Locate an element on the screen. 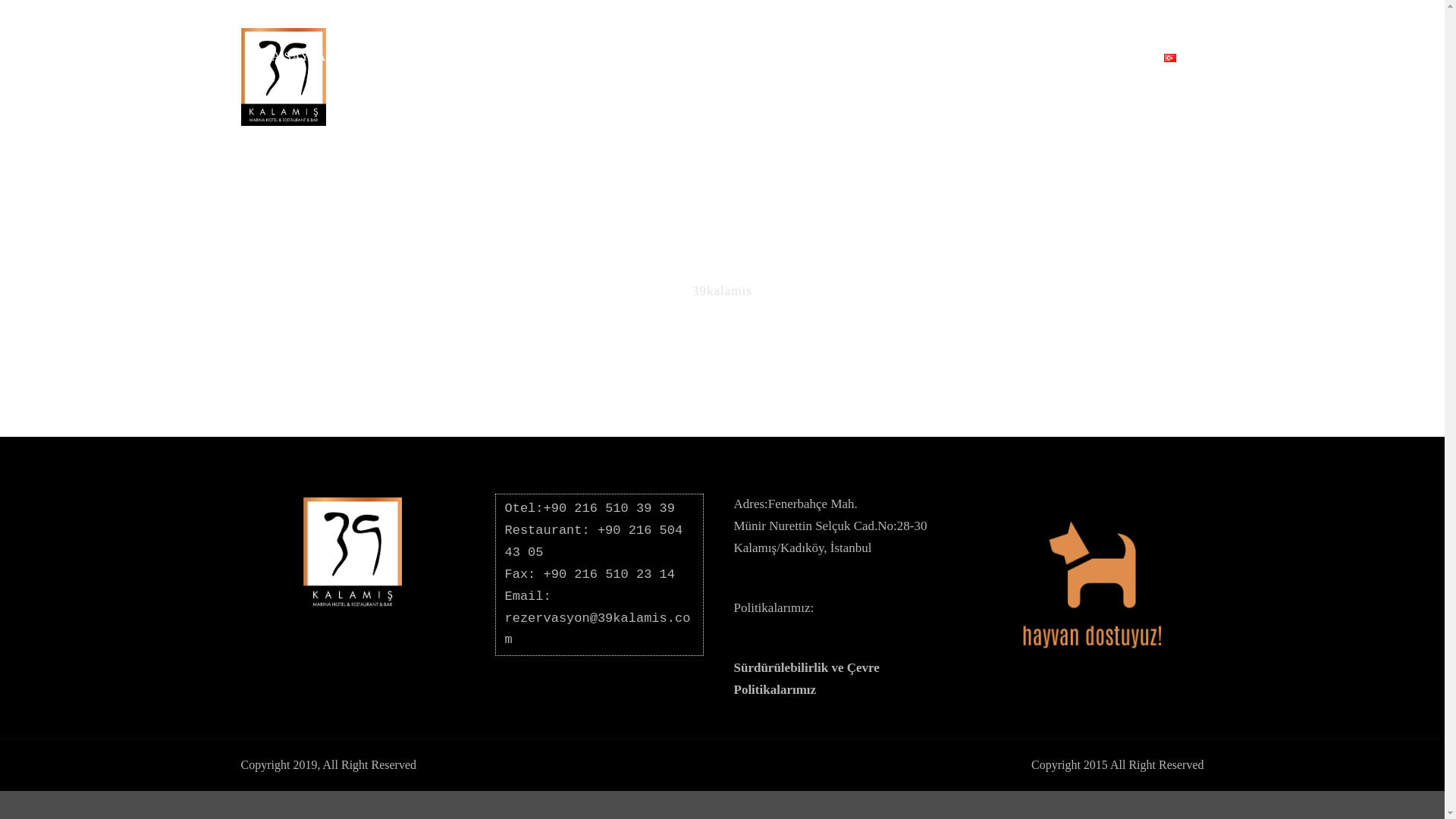 The image size is (1456, 819). 'TOPLANTI ODALARI' is located at coordinates (589, 65).